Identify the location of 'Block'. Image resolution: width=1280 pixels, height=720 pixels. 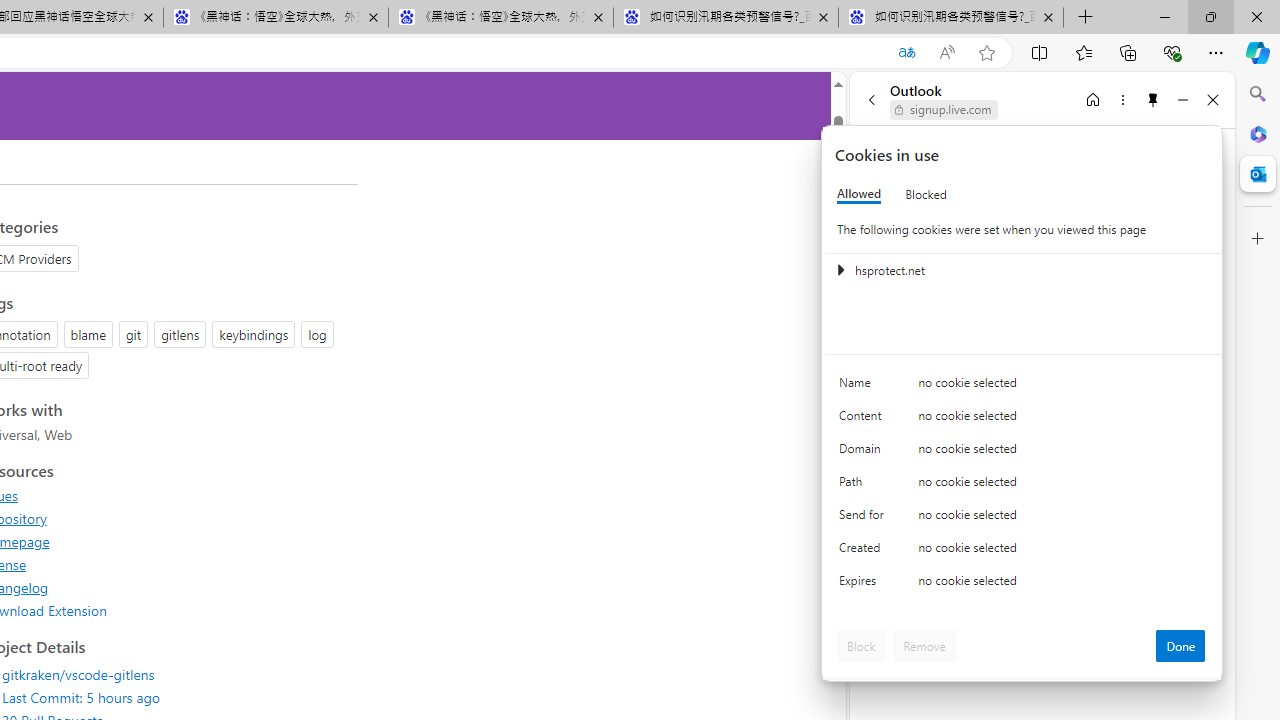
(861, 645).